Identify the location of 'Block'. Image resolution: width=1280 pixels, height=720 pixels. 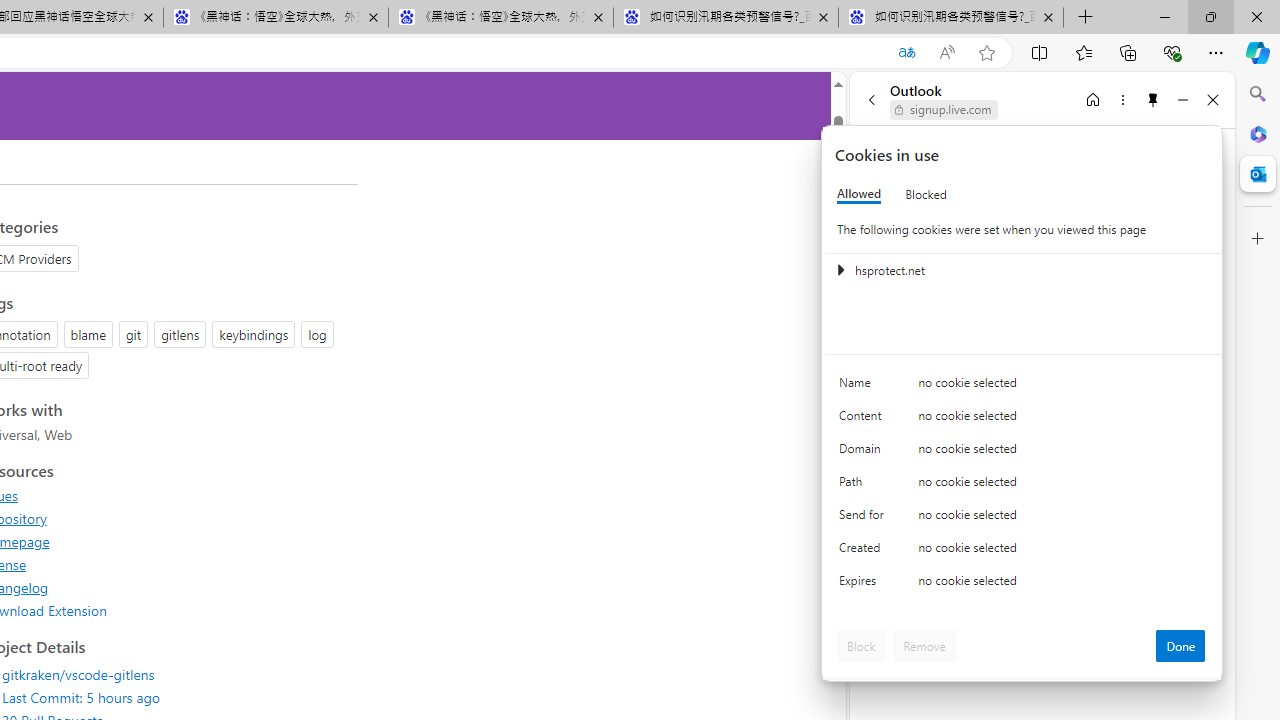
(861, 645).